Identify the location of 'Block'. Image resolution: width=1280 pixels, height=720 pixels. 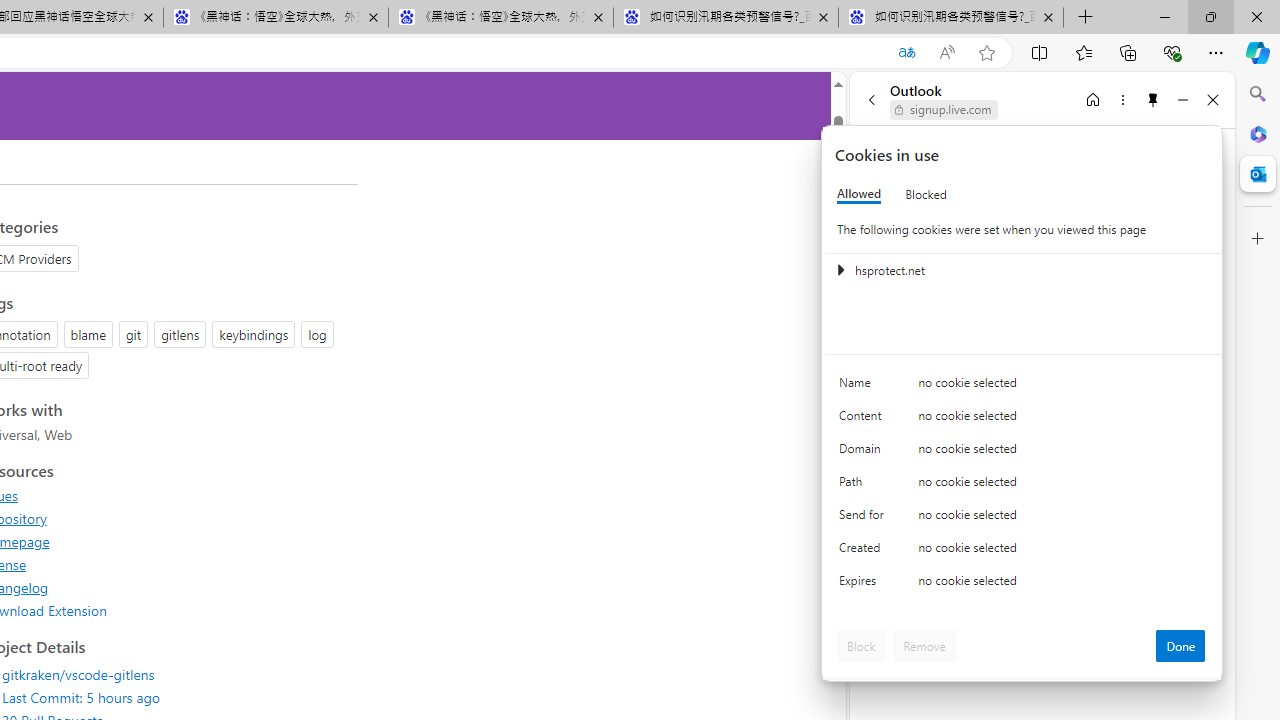
(861, 645).